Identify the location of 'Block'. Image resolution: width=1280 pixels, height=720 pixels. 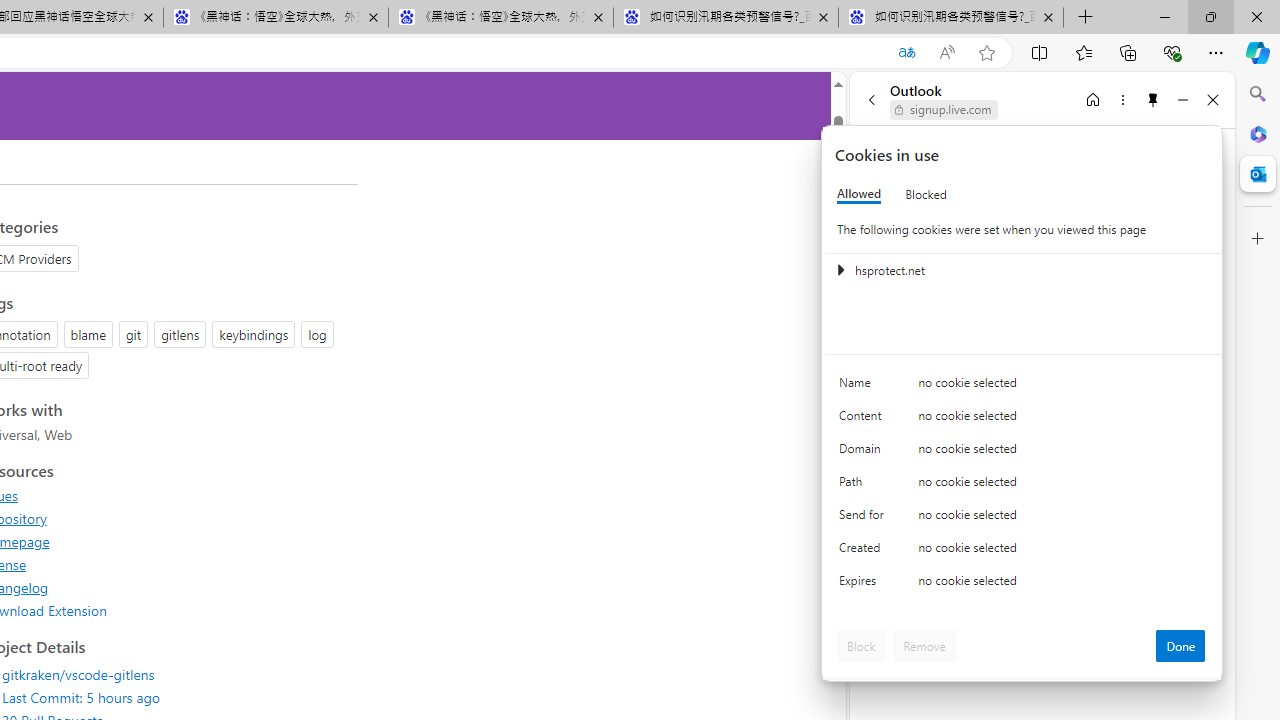
(861, 645).